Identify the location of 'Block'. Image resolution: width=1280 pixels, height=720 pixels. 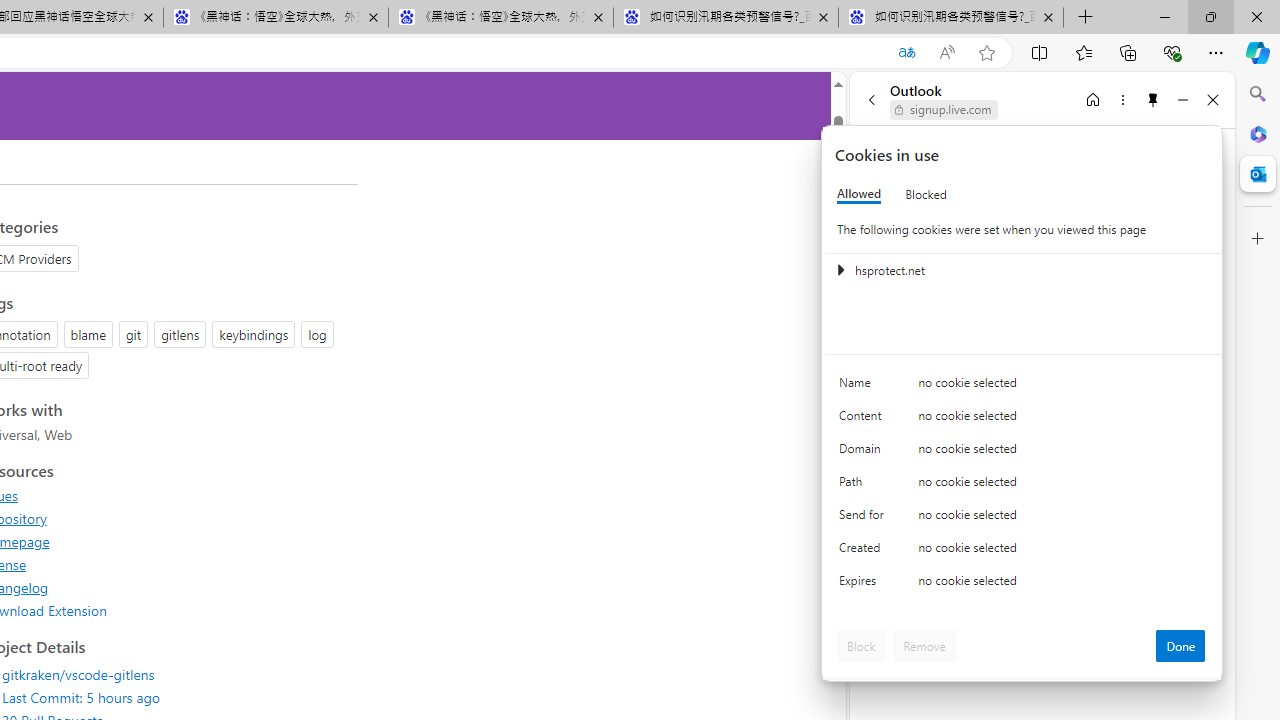
(861, 645).